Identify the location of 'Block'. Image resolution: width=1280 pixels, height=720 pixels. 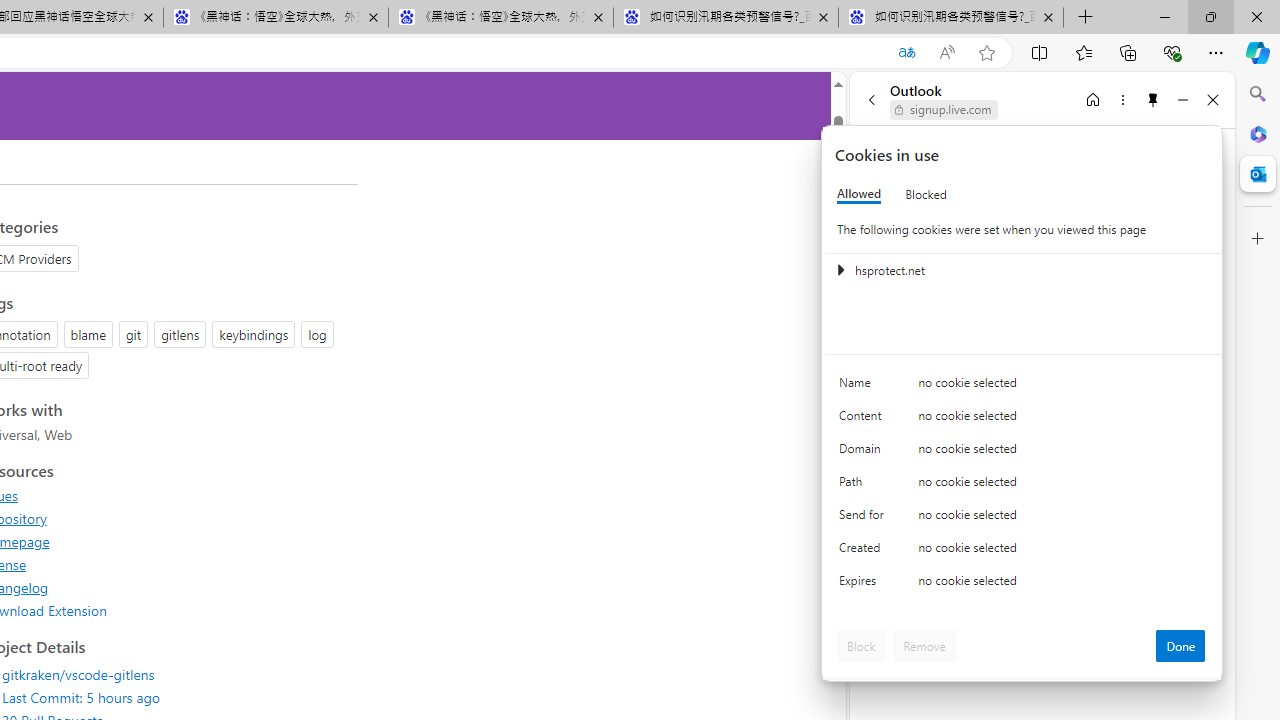
(861, 645).